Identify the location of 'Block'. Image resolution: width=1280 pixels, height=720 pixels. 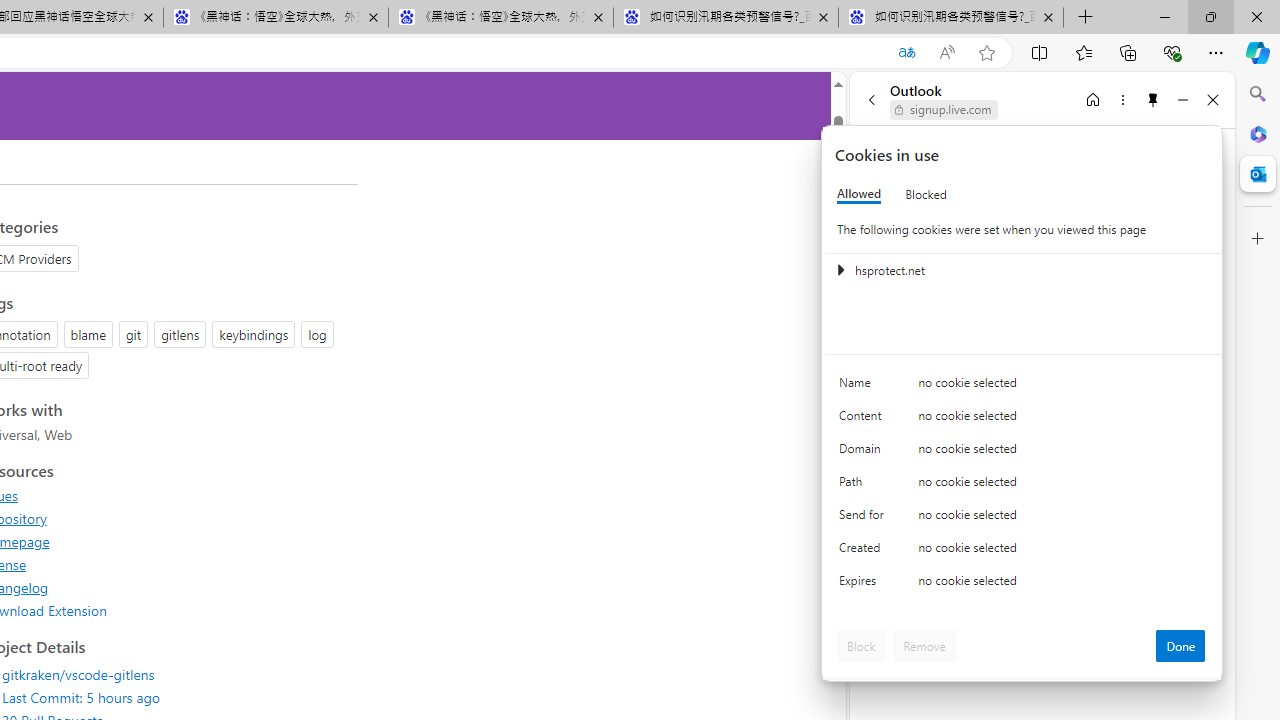
(861, 645).